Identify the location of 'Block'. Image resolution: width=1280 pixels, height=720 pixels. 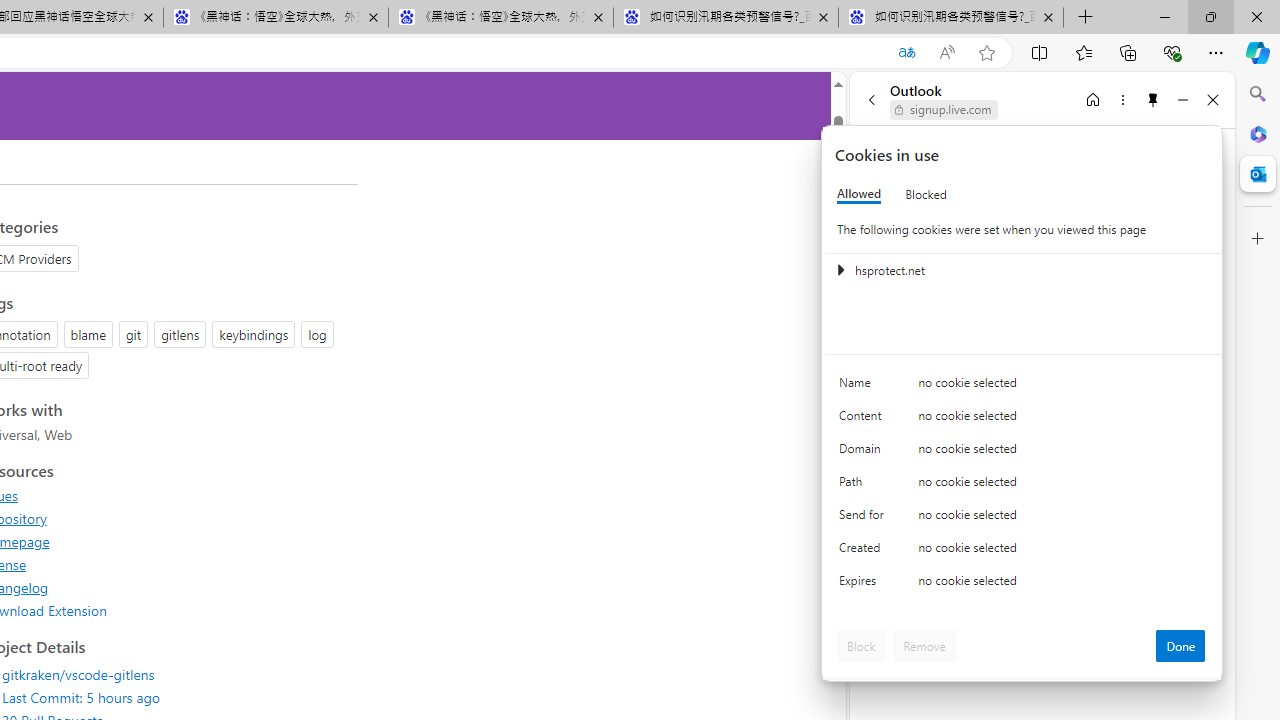
(861, 645).